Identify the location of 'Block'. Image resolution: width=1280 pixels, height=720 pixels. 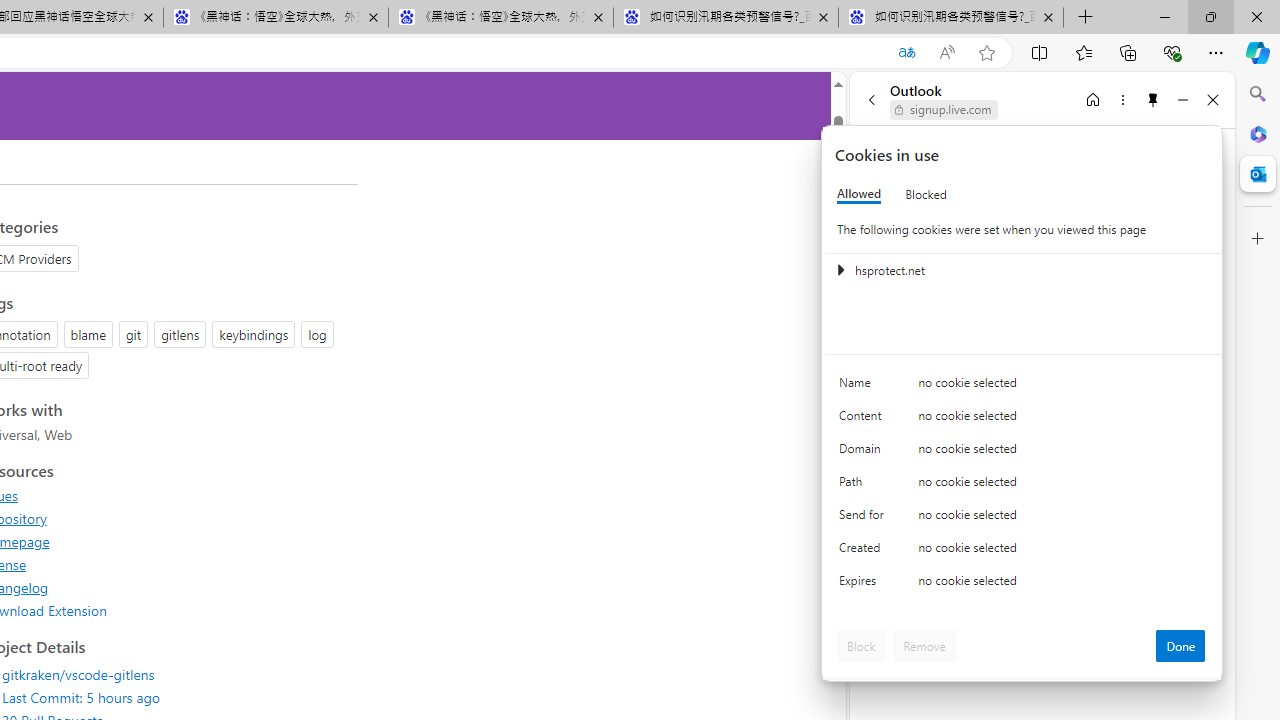
(861, 645).